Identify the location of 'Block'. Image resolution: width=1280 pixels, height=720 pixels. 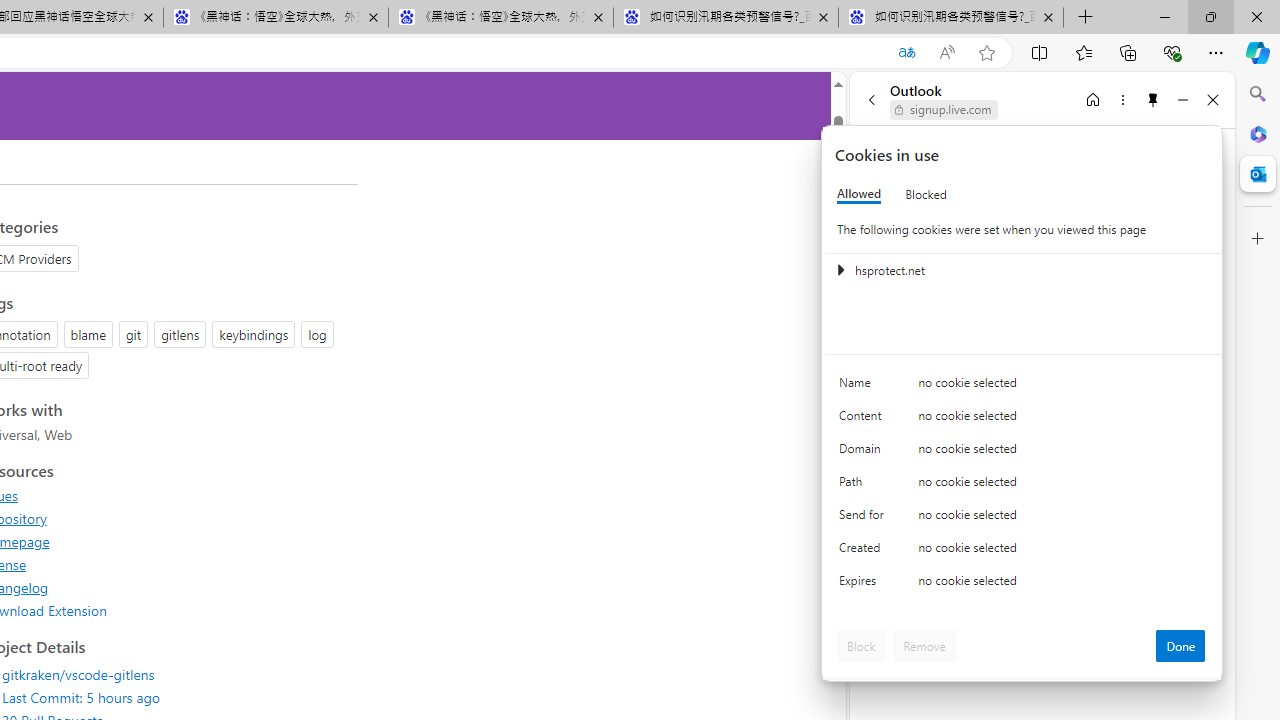
(861, 645).